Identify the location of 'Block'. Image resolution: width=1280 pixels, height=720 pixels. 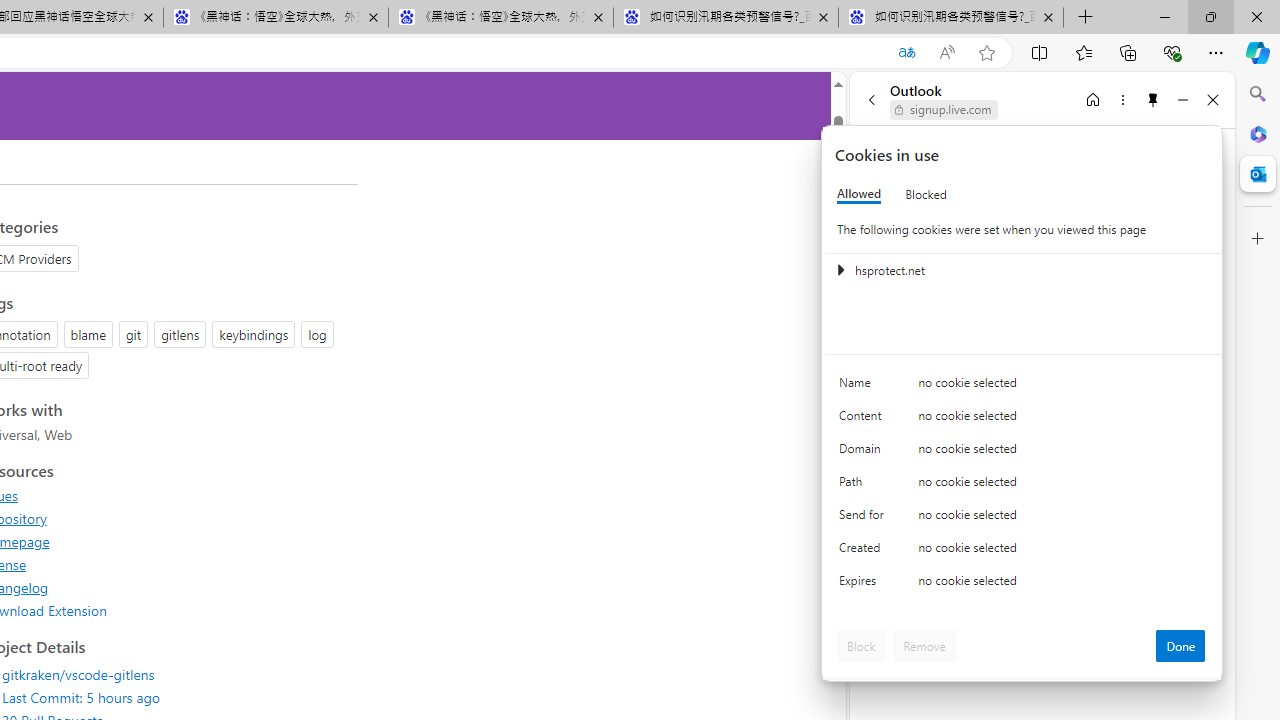
(861, 645).